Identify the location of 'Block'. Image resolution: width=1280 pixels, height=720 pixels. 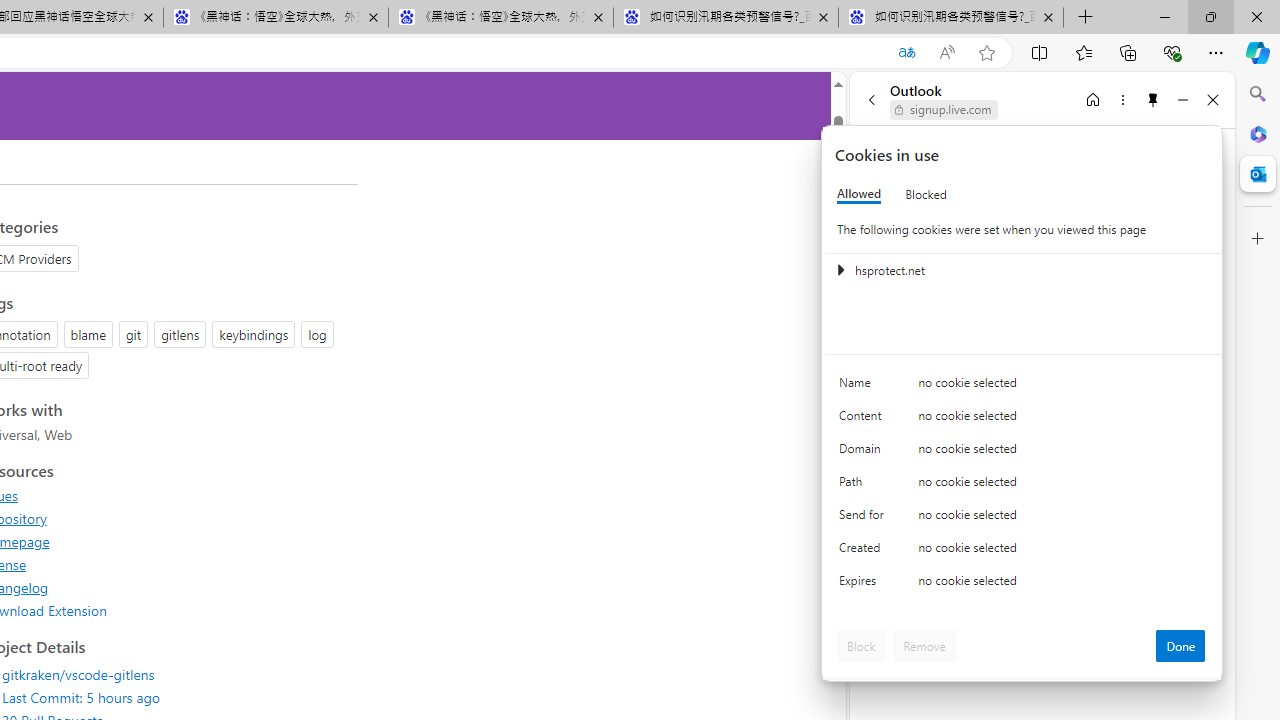
(861, 645).